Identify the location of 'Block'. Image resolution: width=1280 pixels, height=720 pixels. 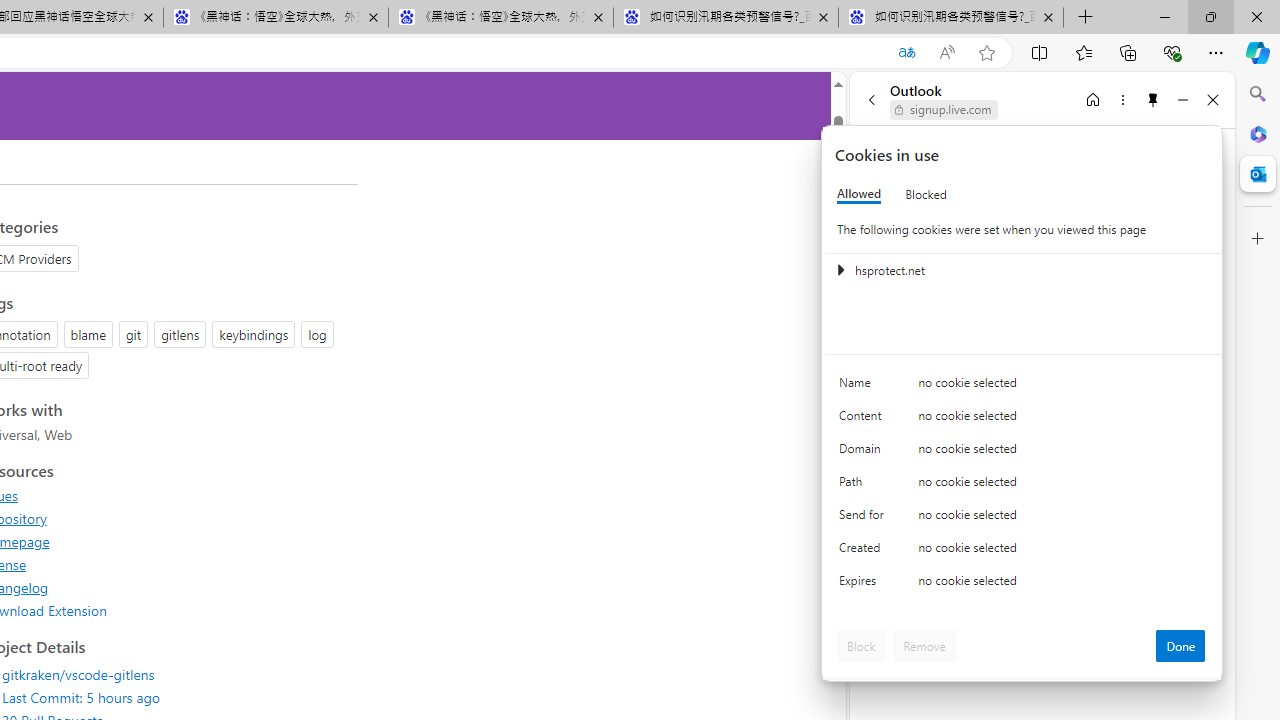
(861, 645).